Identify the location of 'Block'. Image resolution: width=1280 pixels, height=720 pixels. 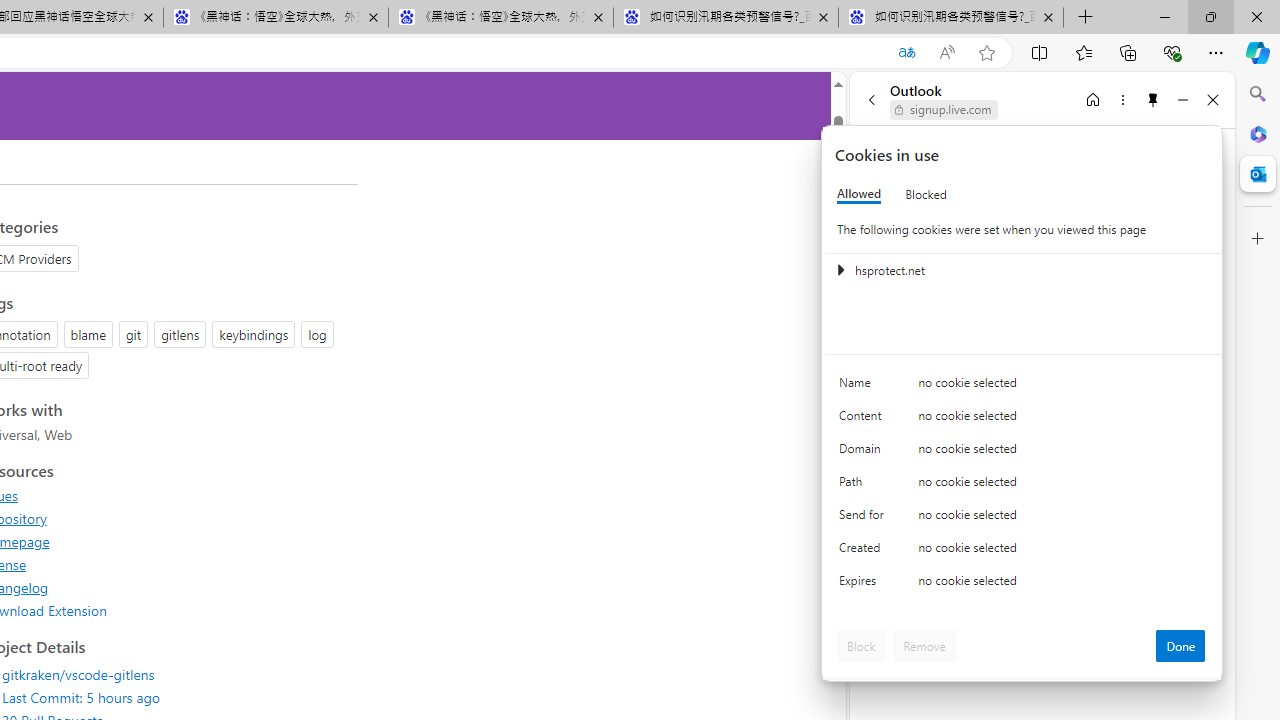
(861, 645).